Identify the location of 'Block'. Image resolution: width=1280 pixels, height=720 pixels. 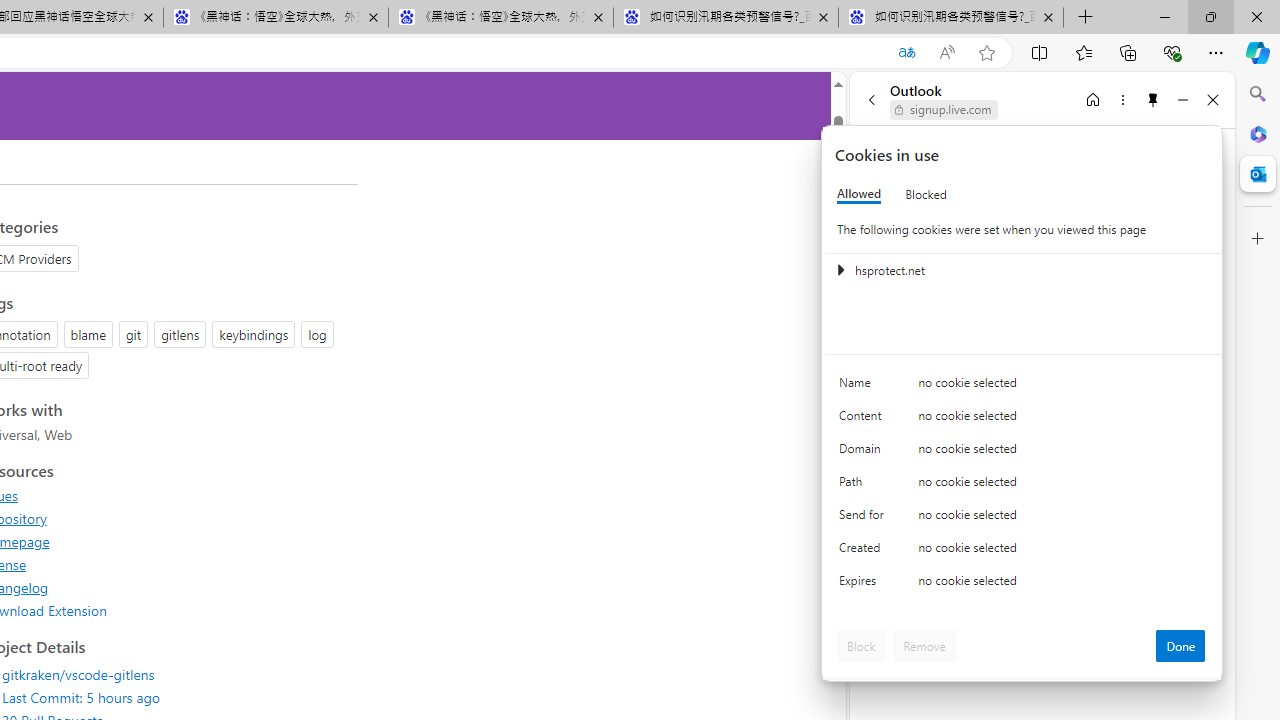
(861, 645).